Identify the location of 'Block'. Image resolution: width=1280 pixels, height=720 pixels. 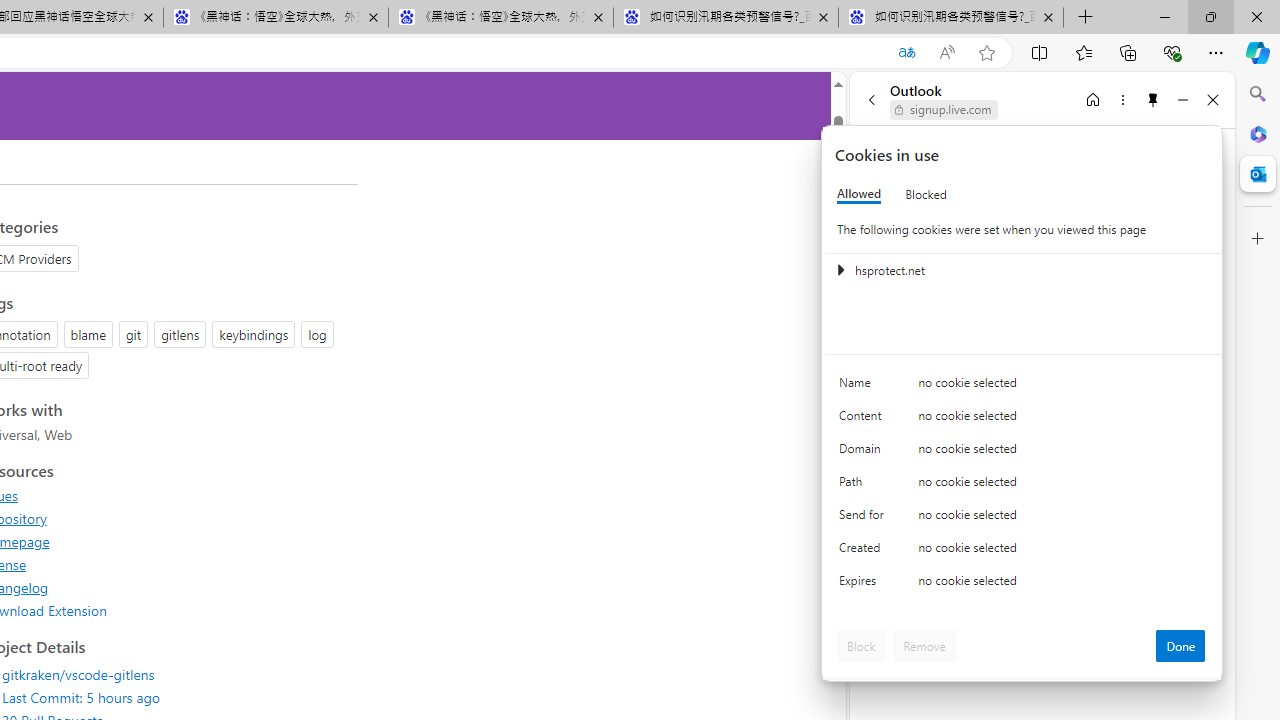
(861, 645).